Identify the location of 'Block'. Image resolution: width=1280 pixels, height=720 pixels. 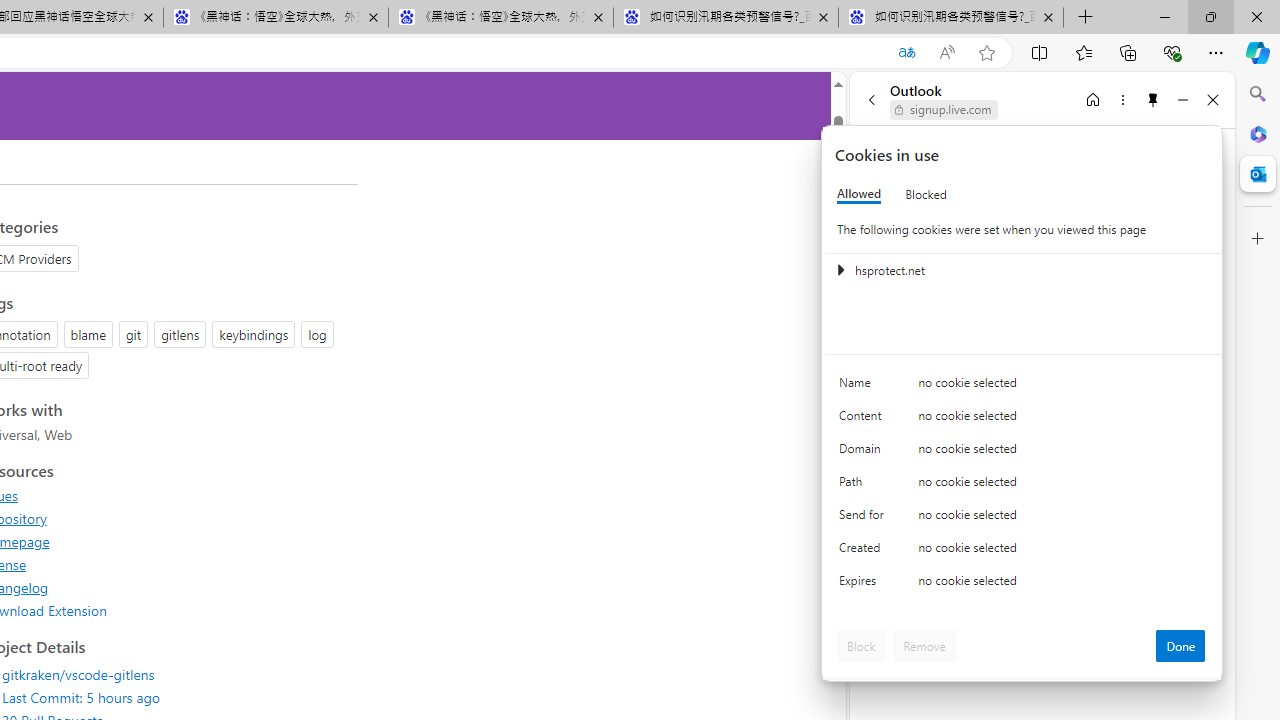
(861, 645).